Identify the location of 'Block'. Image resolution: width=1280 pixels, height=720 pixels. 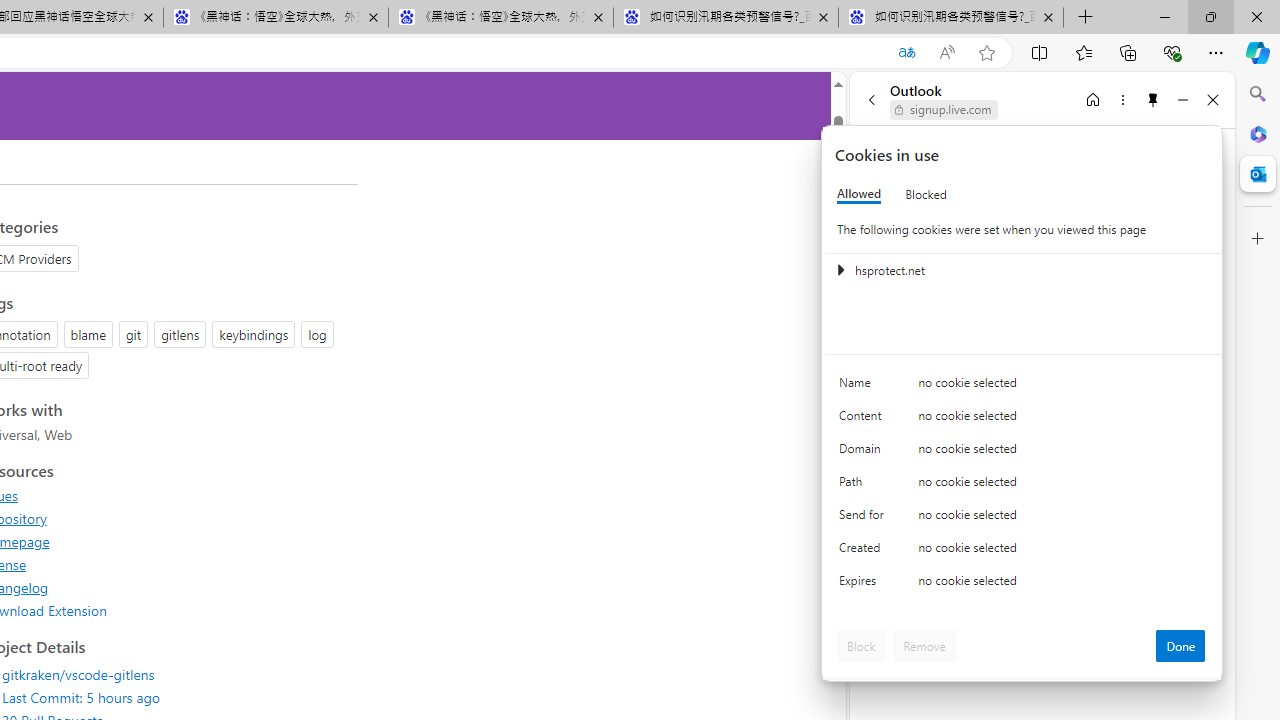
(861, 645).